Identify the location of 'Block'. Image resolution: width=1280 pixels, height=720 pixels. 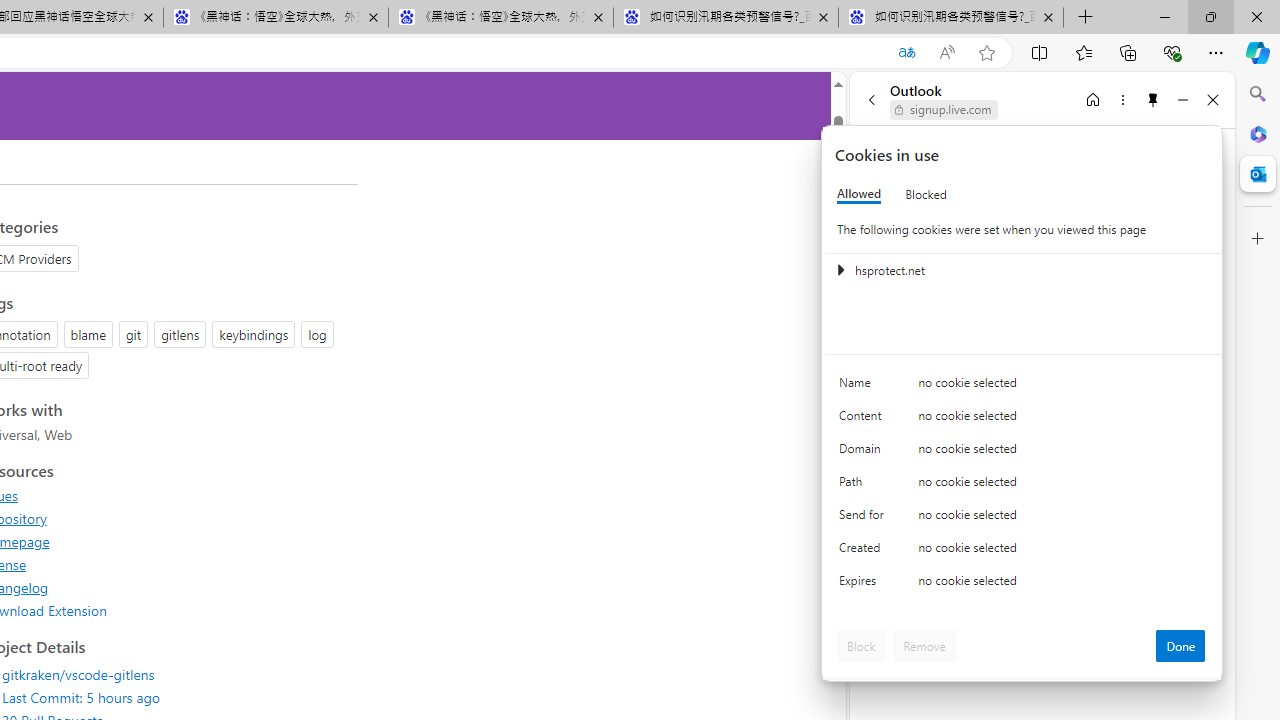
(861, 645).